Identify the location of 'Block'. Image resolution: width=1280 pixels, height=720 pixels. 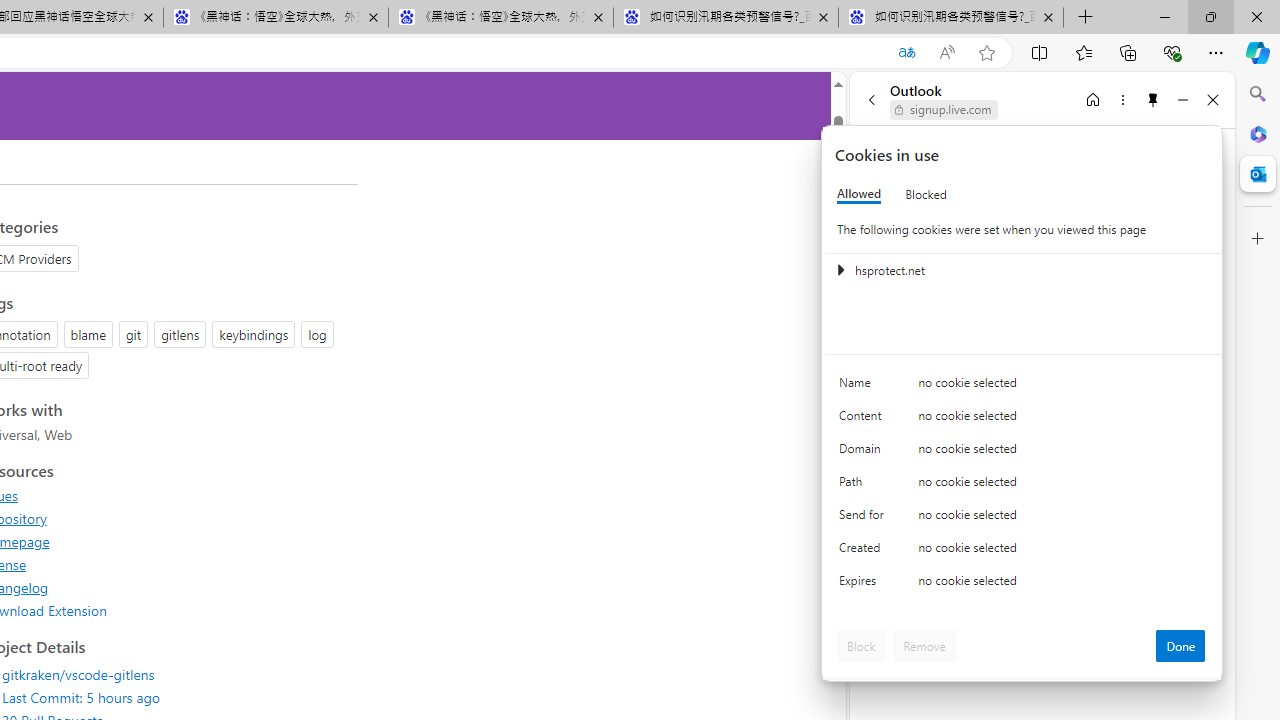
(861, 645).